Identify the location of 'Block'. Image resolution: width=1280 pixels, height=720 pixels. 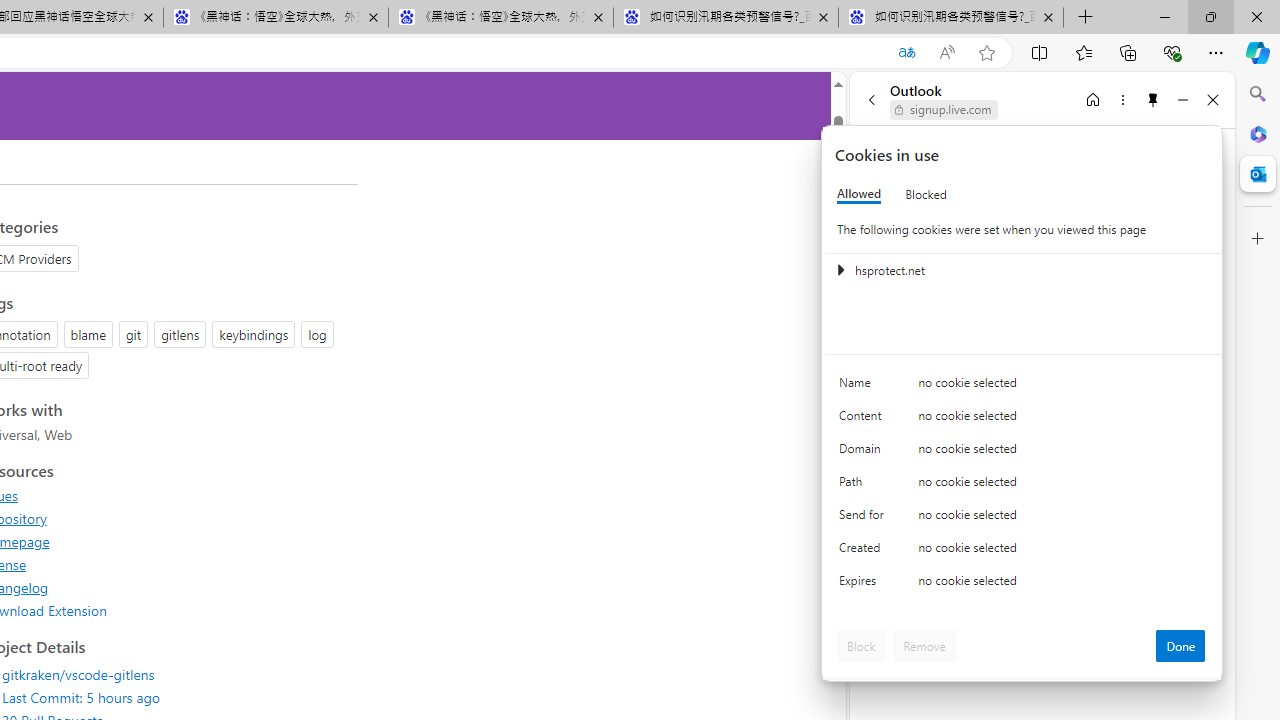
(861, 645).